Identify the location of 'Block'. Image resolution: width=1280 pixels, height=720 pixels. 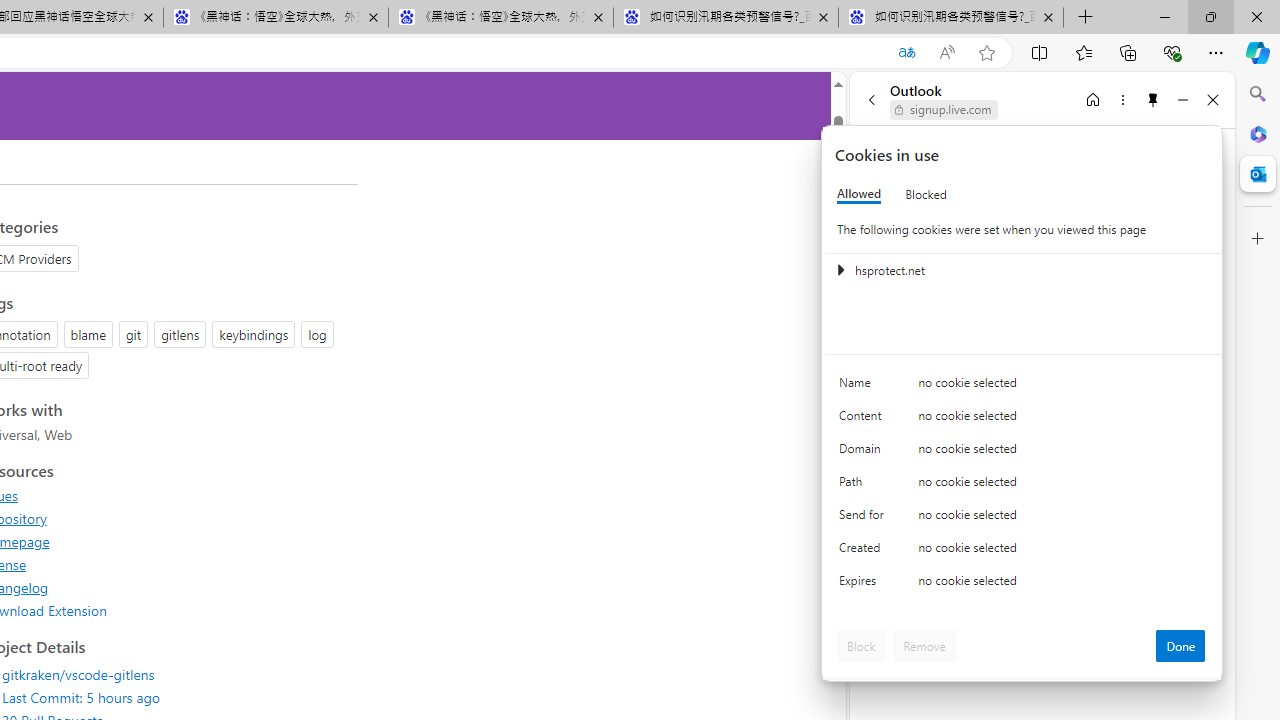
(861, 645).